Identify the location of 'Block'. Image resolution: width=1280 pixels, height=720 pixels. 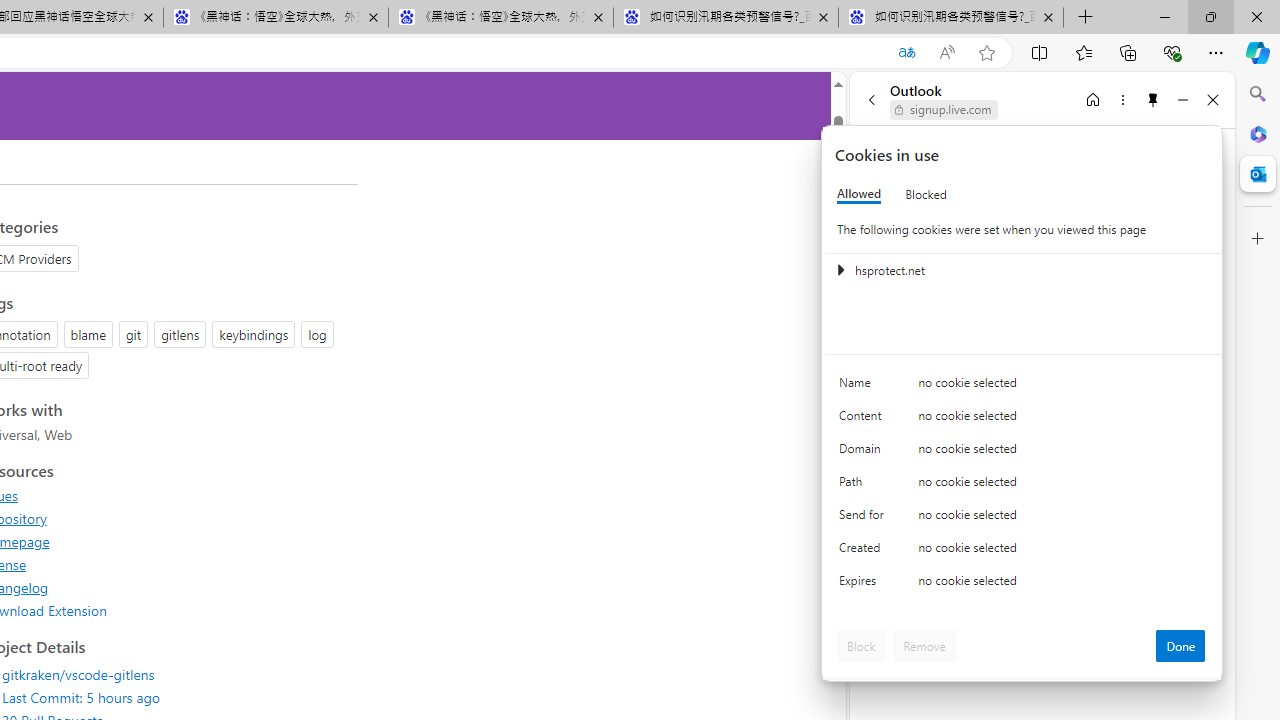
(861, 645).